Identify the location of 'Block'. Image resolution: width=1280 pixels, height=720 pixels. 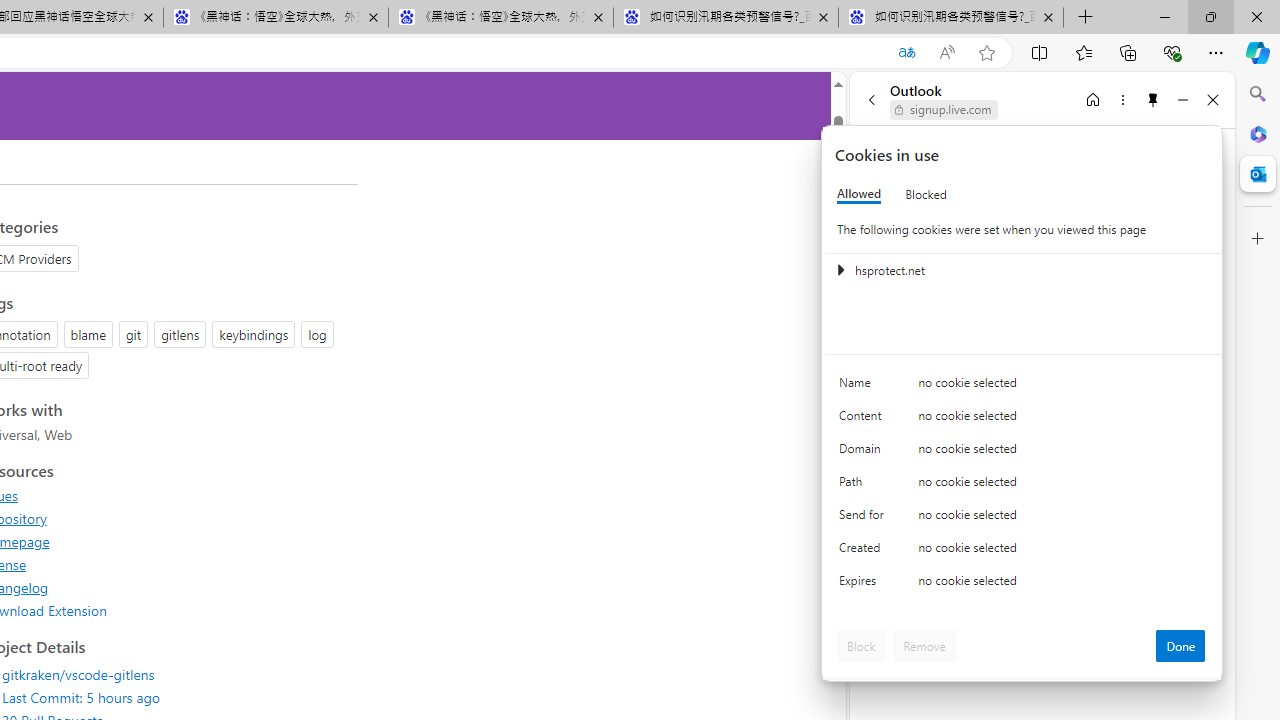
(861, 645).